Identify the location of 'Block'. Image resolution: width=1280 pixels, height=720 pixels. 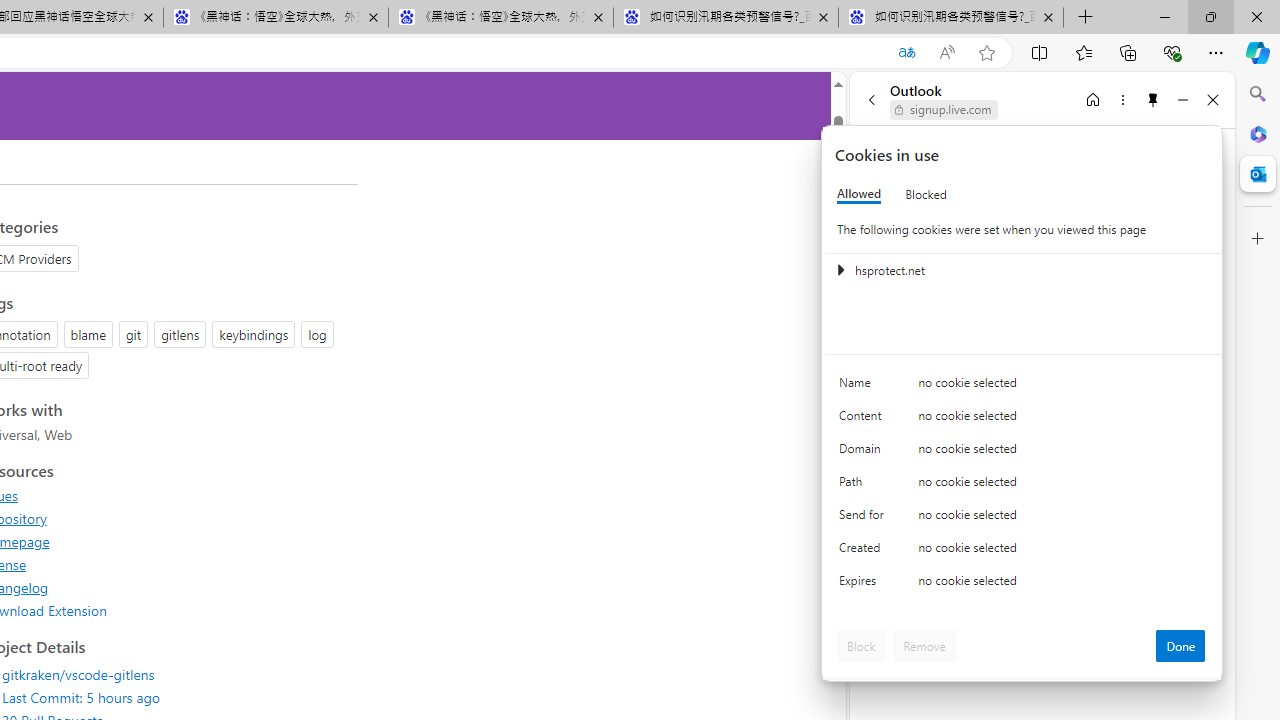
(861, 645).